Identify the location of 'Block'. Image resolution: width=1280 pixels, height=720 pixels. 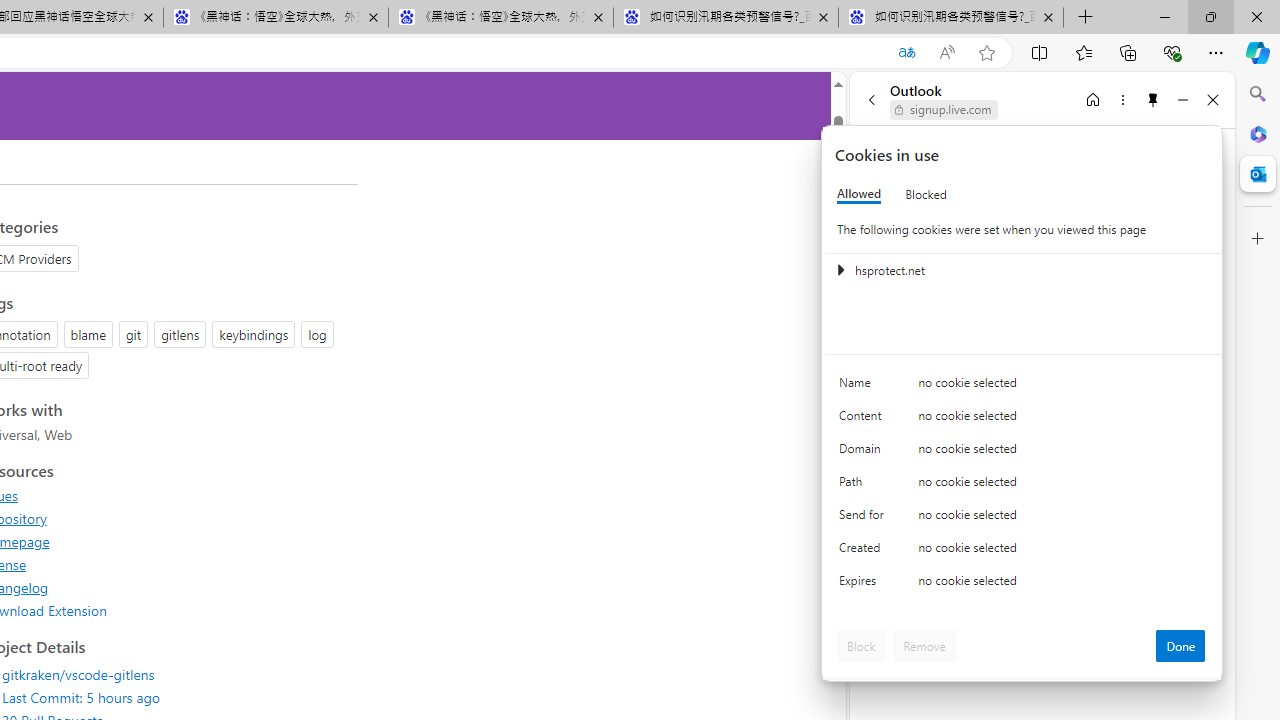
(861, 645).